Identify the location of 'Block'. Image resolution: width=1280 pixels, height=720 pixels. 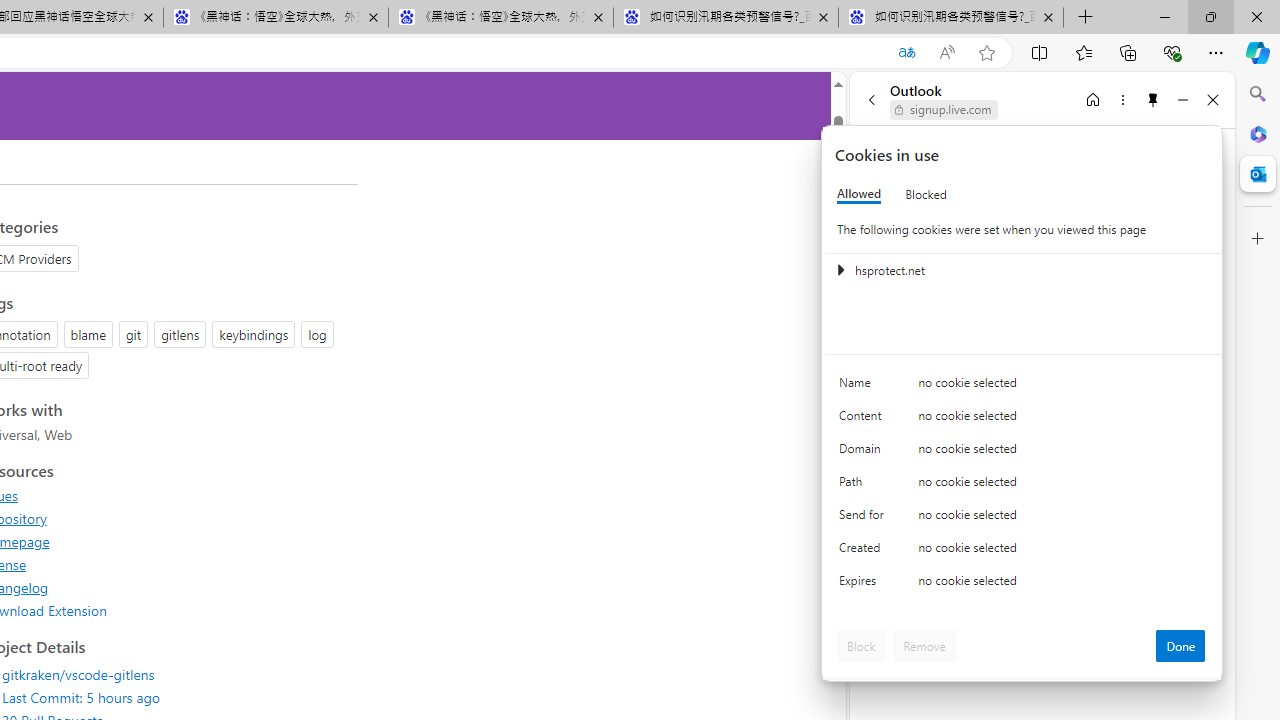
(861, 645).